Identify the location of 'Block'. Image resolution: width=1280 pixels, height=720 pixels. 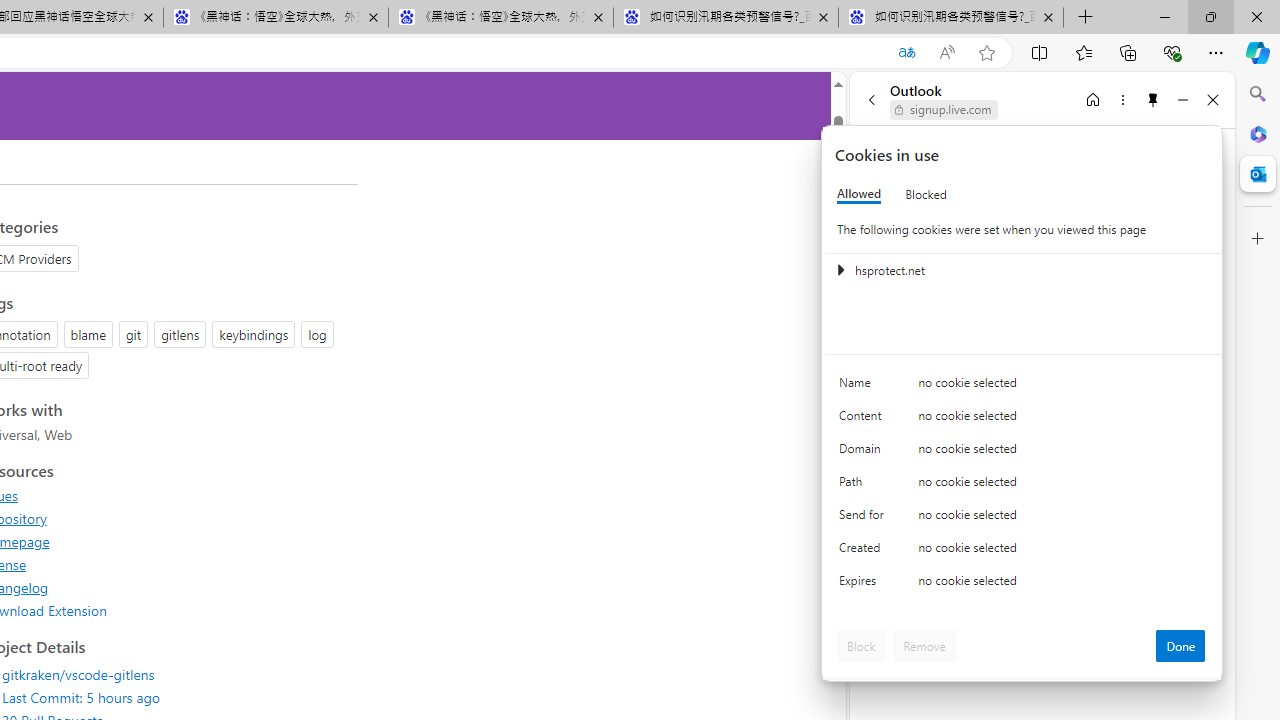
(861, 645).